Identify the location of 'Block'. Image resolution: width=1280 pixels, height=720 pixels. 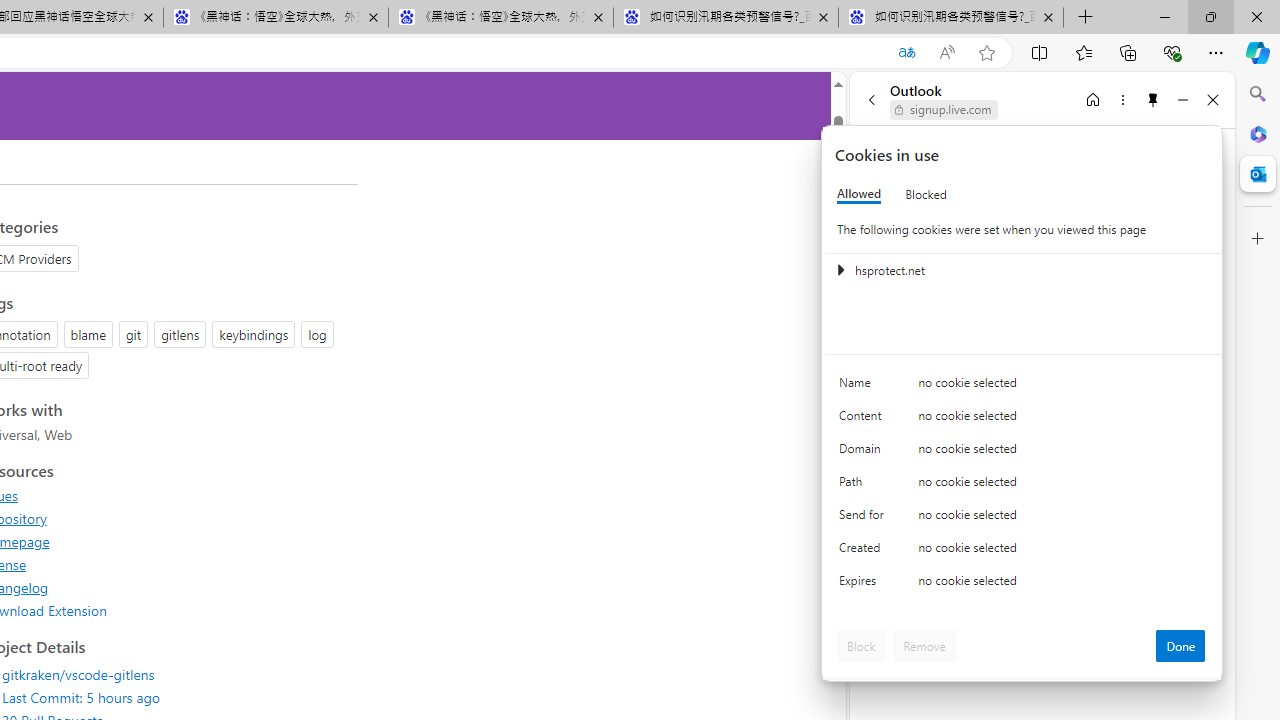
(861, 645).